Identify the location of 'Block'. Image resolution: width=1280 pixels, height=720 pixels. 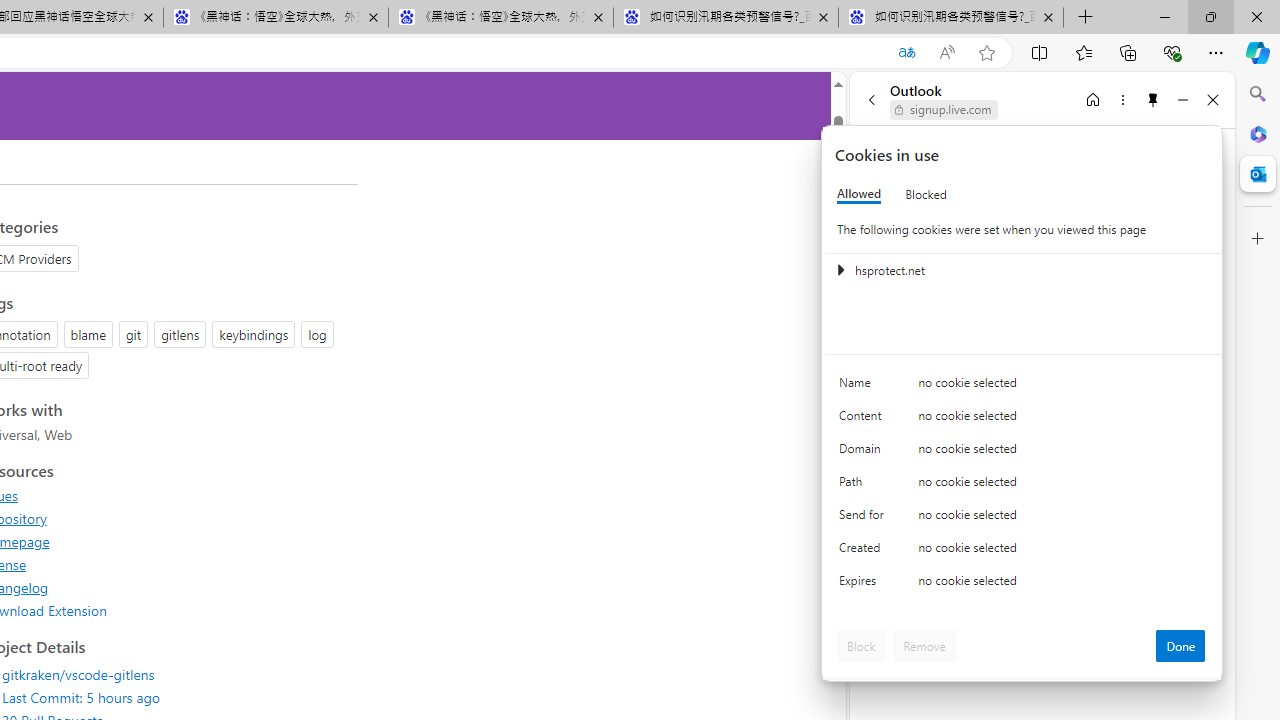
(861, 645).